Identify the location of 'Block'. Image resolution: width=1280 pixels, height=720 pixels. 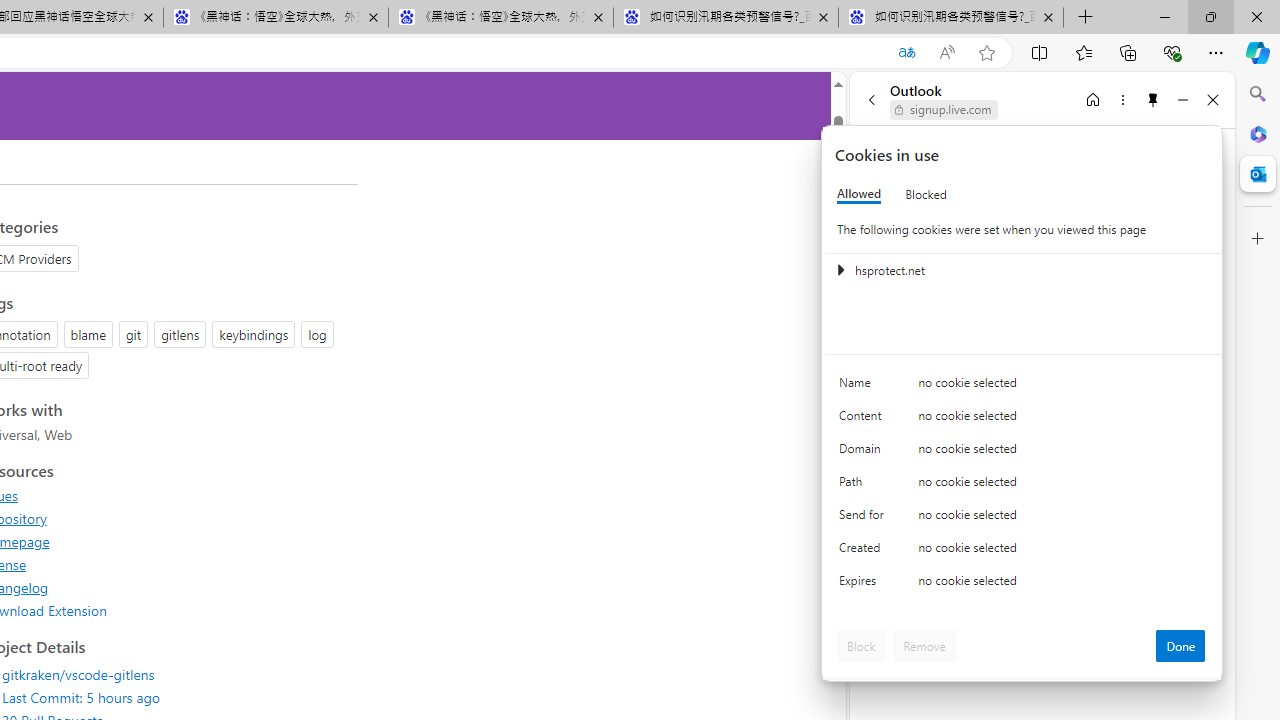
(861, 645).